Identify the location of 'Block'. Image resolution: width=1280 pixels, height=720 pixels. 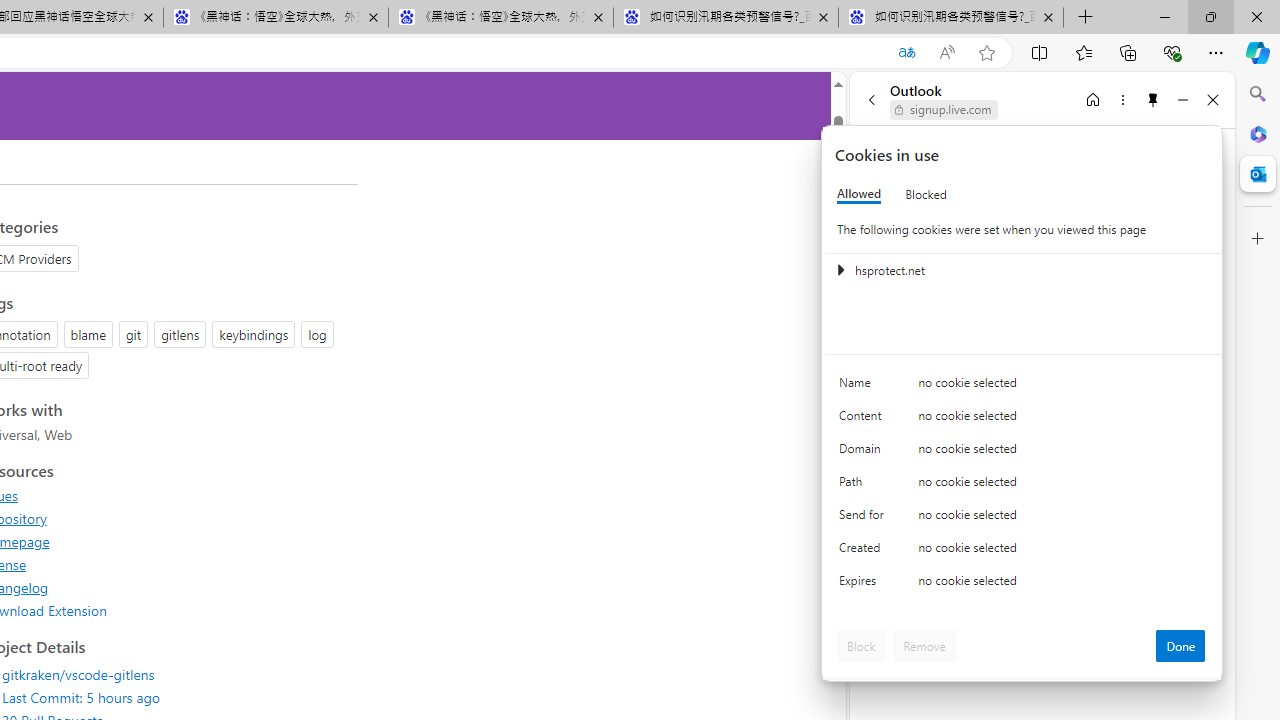
(861, 645).